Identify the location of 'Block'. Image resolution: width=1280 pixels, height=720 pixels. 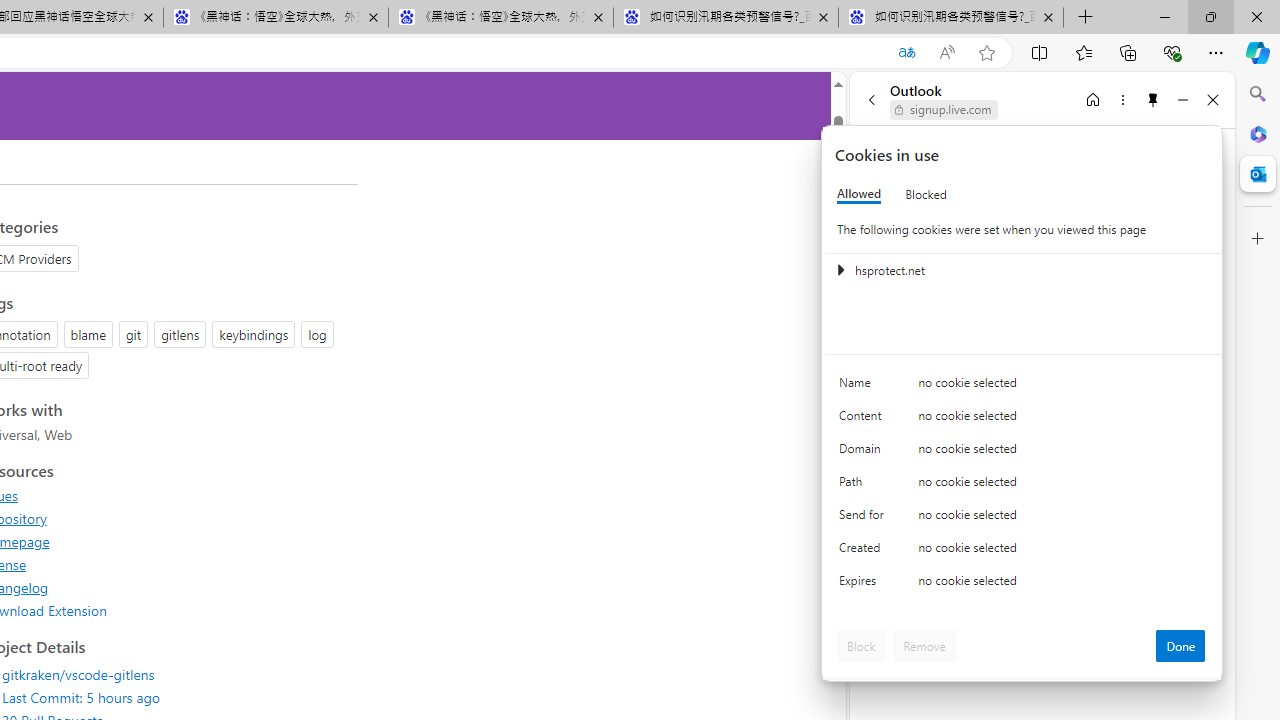
(861, 645).